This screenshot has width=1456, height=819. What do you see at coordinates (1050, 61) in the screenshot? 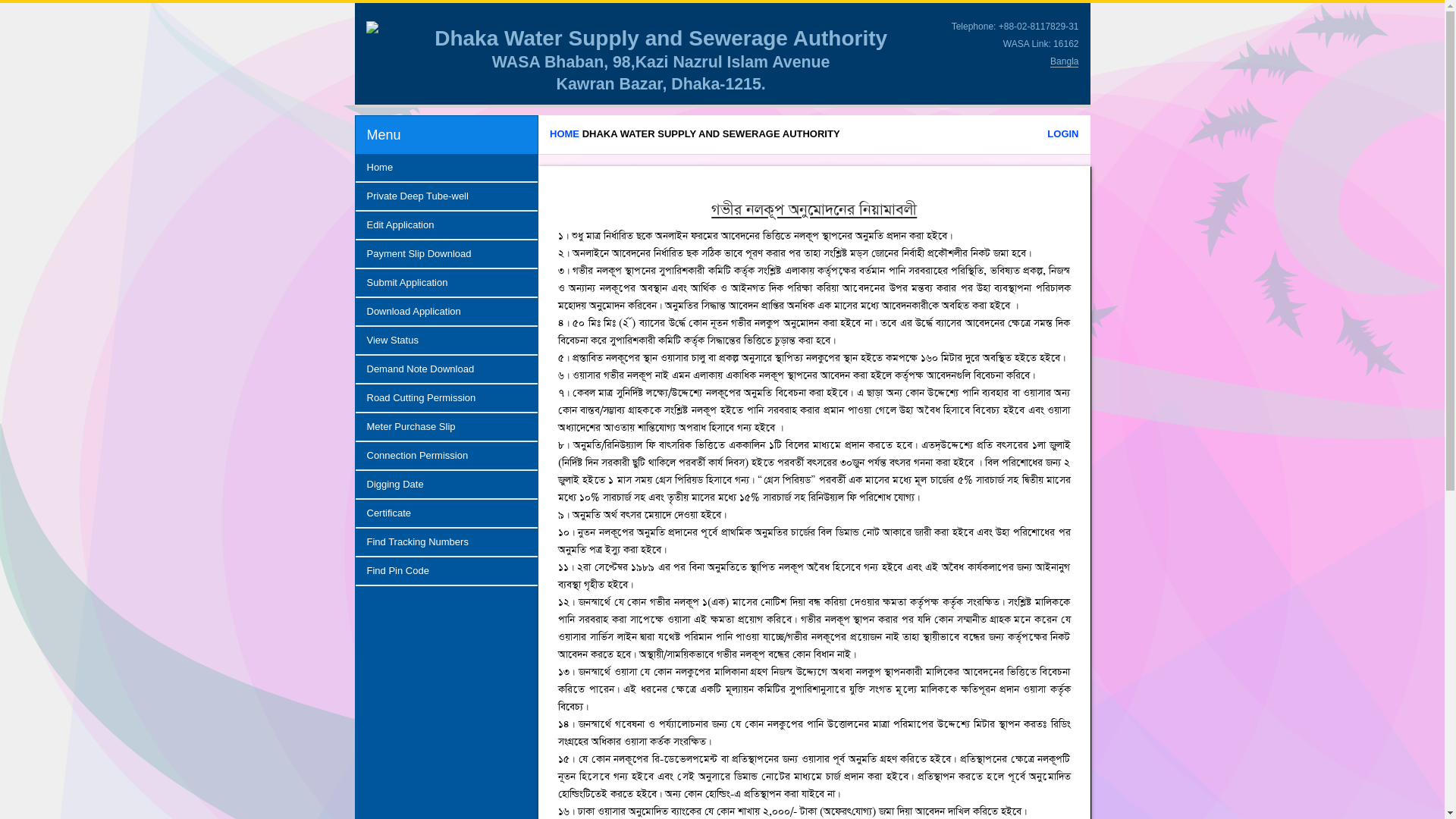
I see `'Bangla'` at bounding box center [1050, 61].